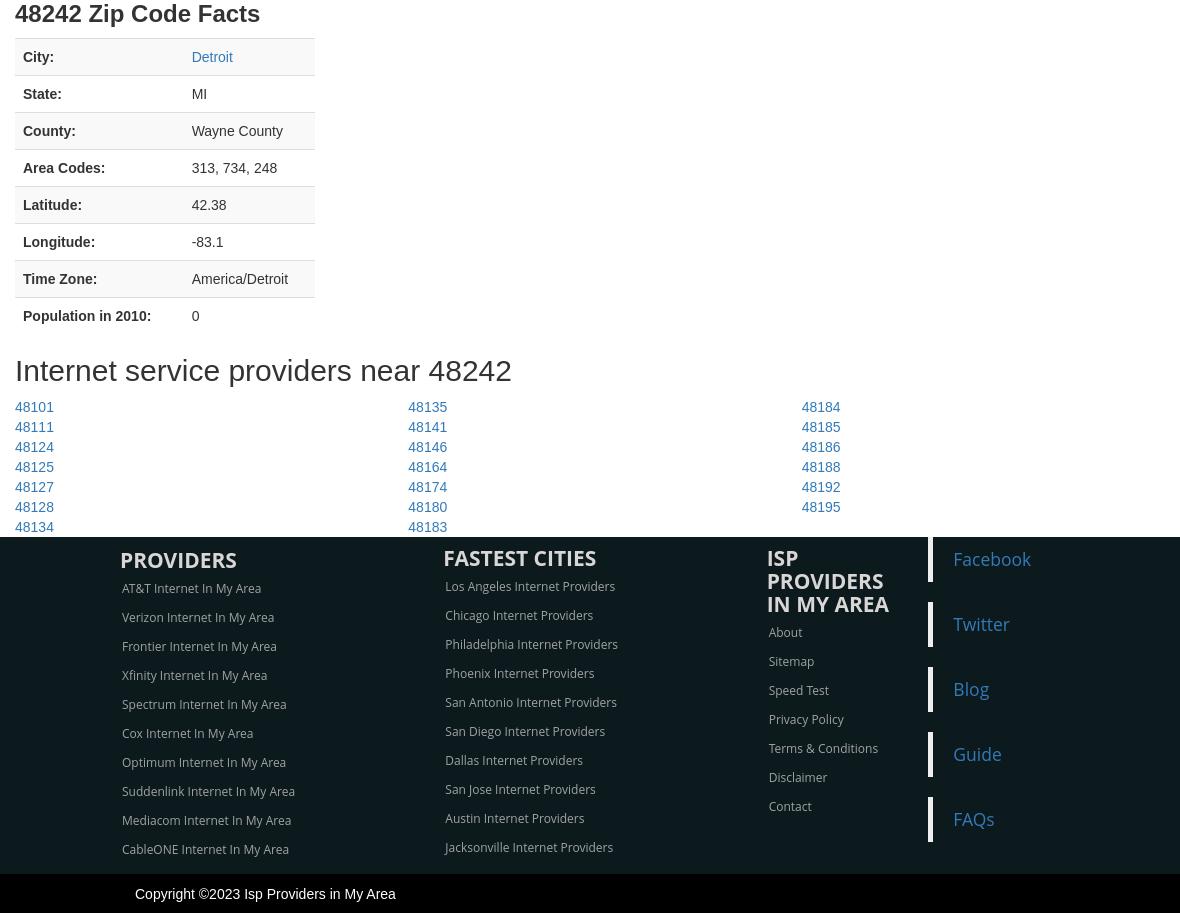 The height and width of the screenshot is (913, 1180). I want to click on '48184', so click(820, 405).